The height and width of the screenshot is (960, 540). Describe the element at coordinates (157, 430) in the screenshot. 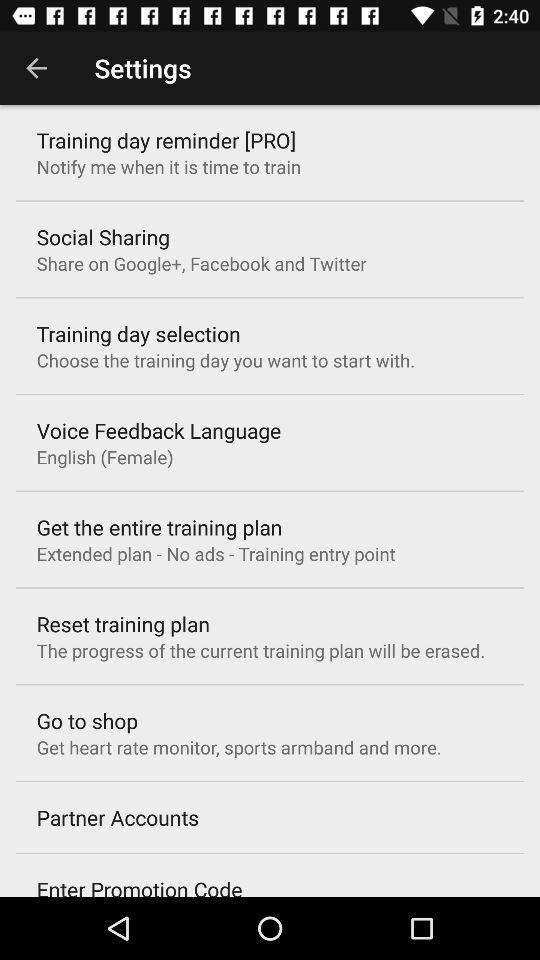

I see `the icon above english (female) item` at that location.